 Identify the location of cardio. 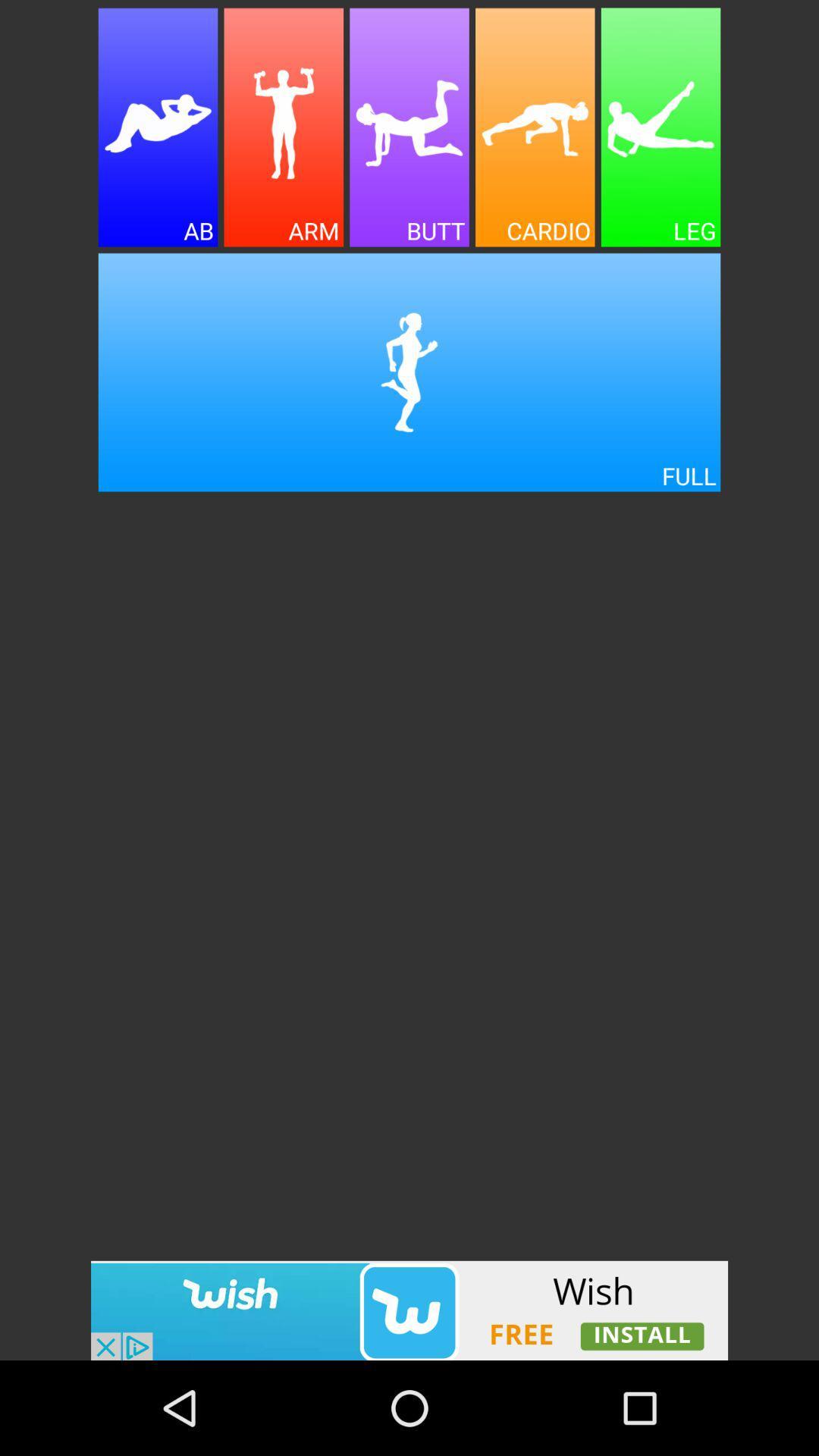
(534, 127).